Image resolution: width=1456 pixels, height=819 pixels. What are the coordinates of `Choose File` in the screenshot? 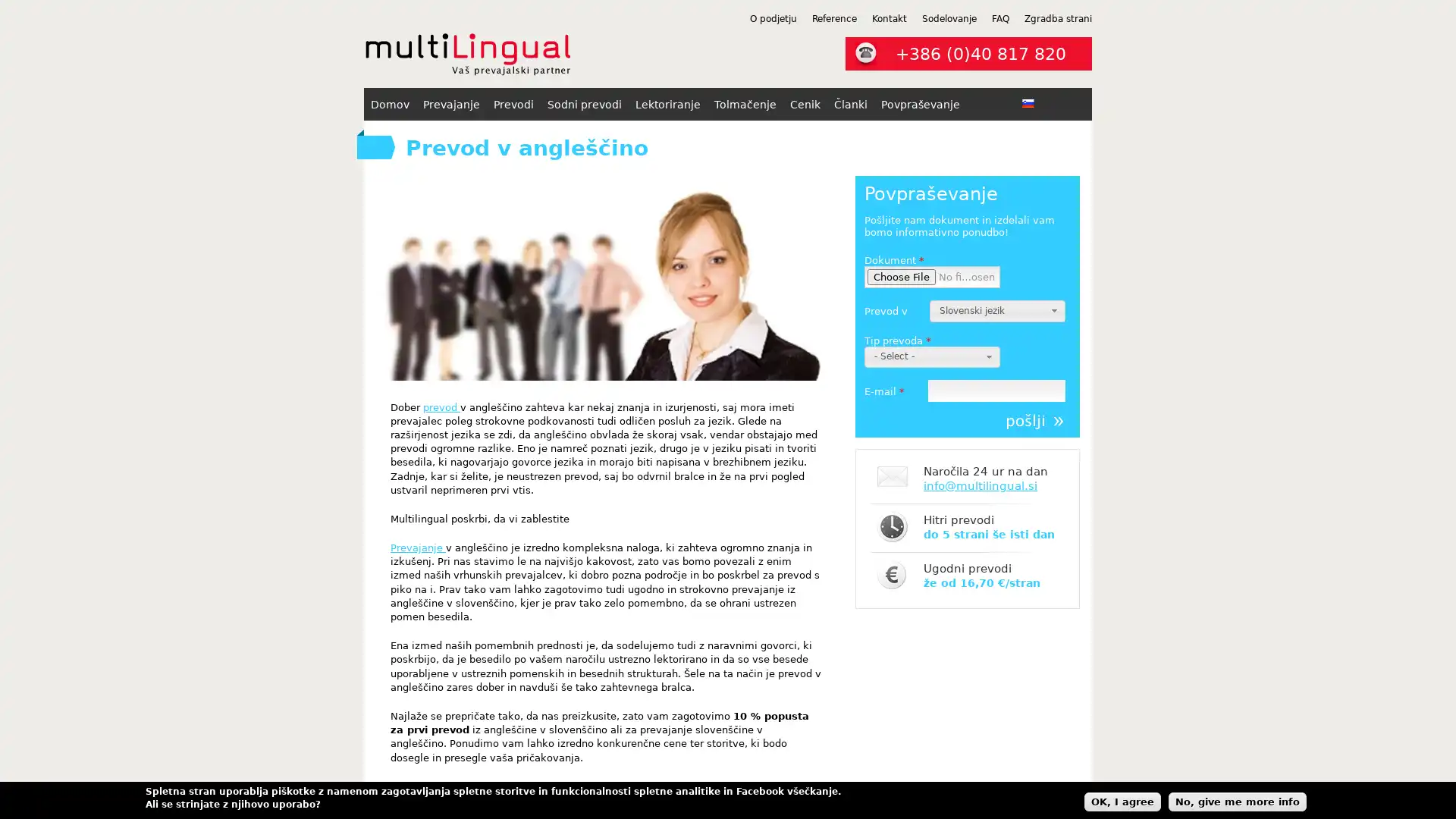 It's located at (902, 277).